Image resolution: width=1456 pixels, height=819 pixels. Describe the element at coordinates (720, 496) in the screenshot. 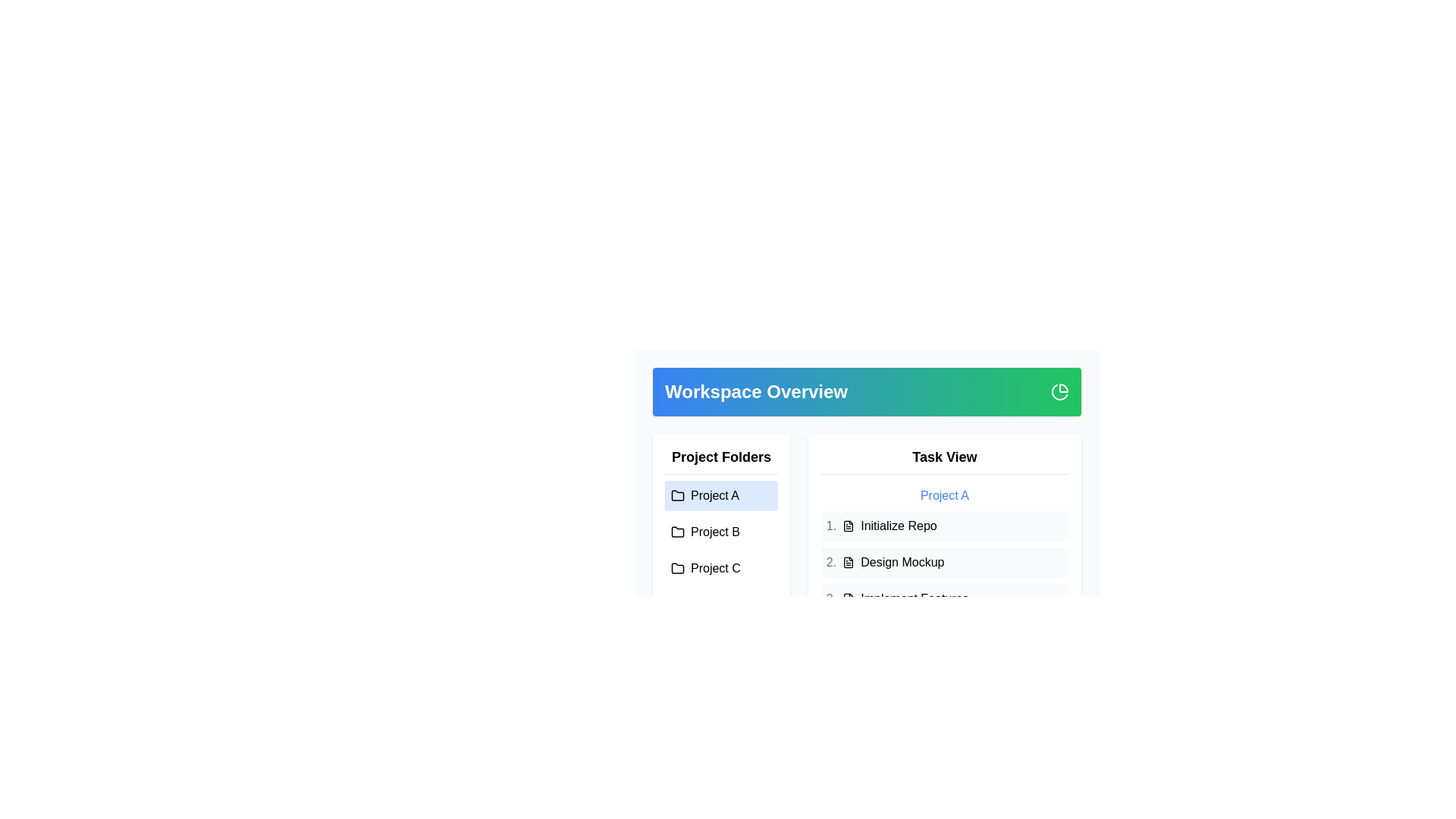

I see `the clickable list item labeled 'Project A' within the 'Project Folders' menu` at that location.